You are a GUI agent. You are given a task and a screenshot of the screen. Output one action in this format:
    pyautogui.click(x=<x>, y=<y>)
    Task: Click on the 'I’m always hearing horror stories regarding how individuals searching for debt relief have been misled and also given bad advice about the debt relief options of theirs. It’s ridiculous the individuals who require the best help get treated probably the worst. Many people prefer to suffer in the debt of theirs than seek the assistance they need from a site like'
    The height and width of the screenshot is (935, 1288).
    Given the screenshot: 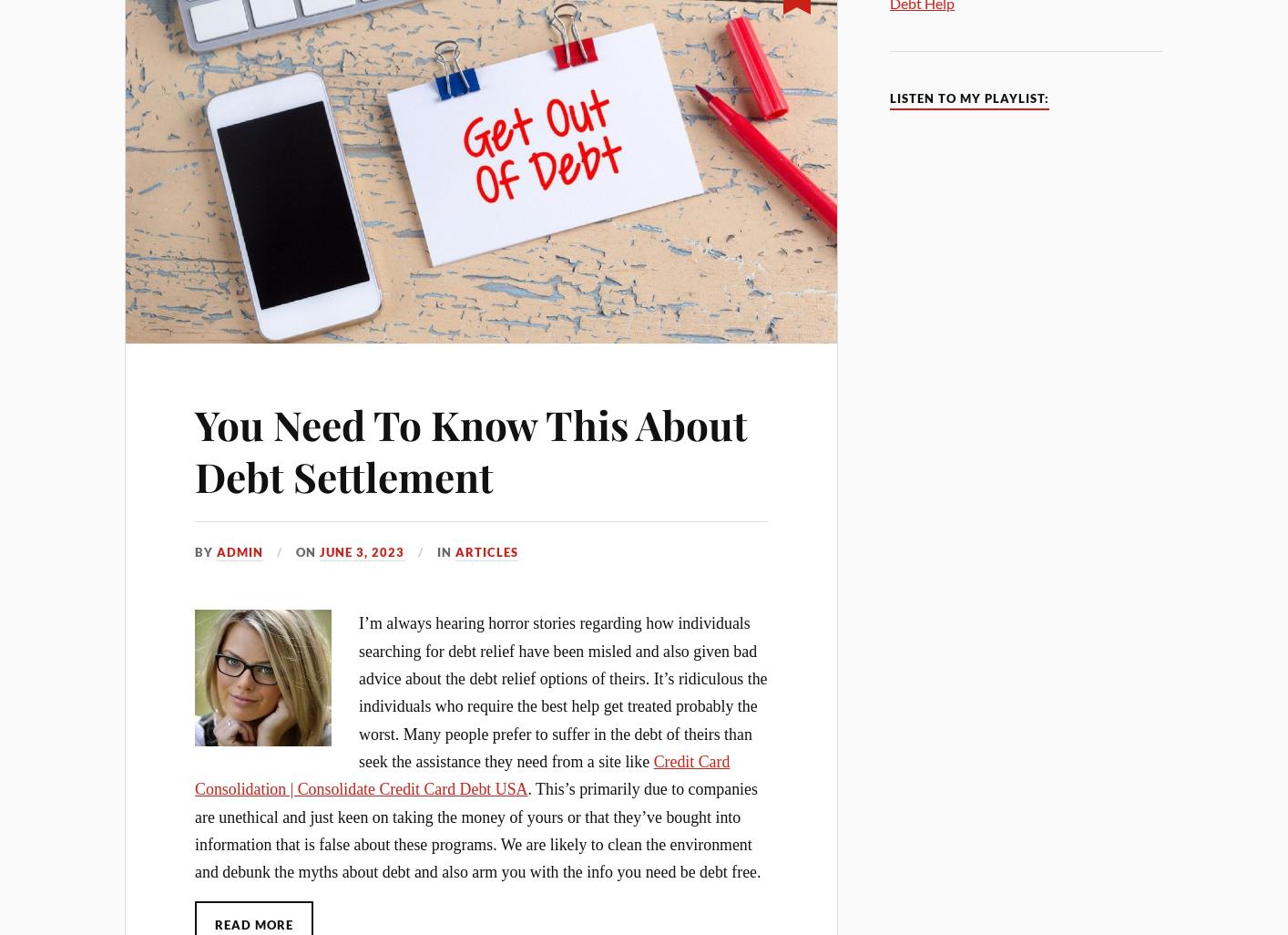 What is the action you would take?
    pyautogui.click(x=562, y=692)
    